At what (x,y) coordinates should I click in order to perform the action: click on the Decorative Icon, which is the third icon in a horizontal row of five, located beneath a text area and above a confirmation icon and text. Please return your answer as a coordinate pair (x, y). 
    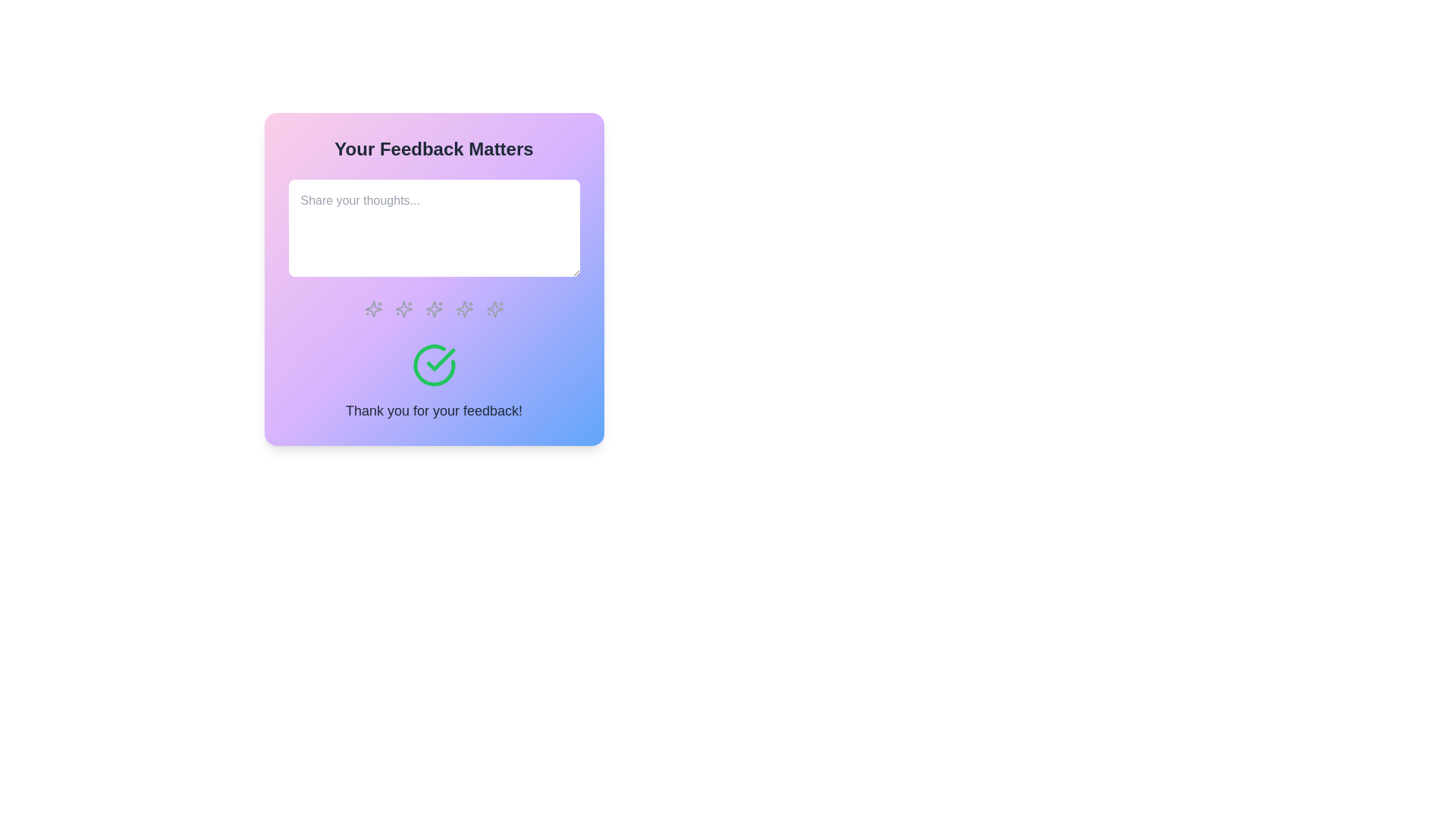
    Looking at the image, I should click on (433, 309).